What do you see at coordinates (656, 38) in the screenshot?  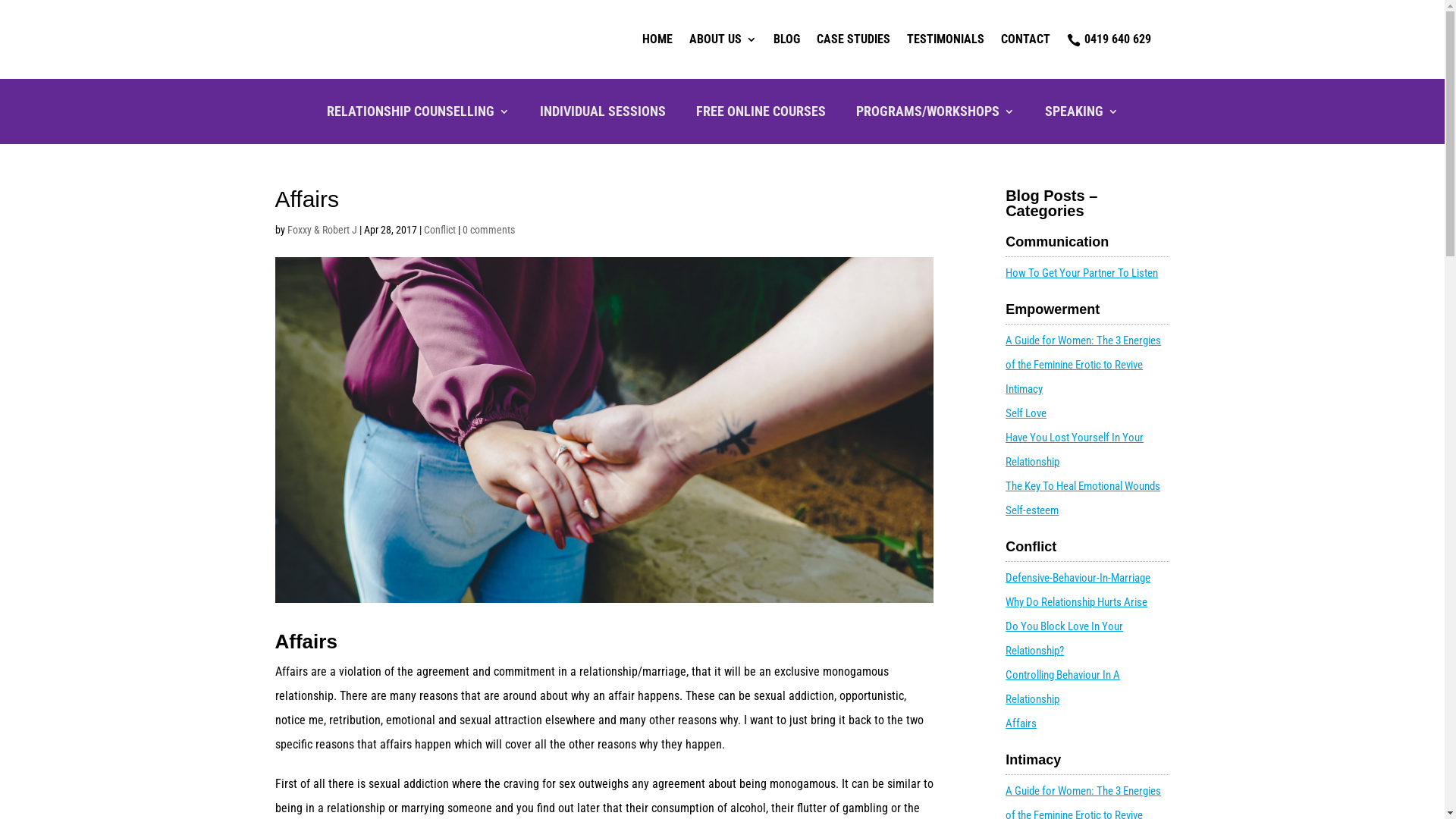 I see `'HOME'` at bounding box center [656, 38].